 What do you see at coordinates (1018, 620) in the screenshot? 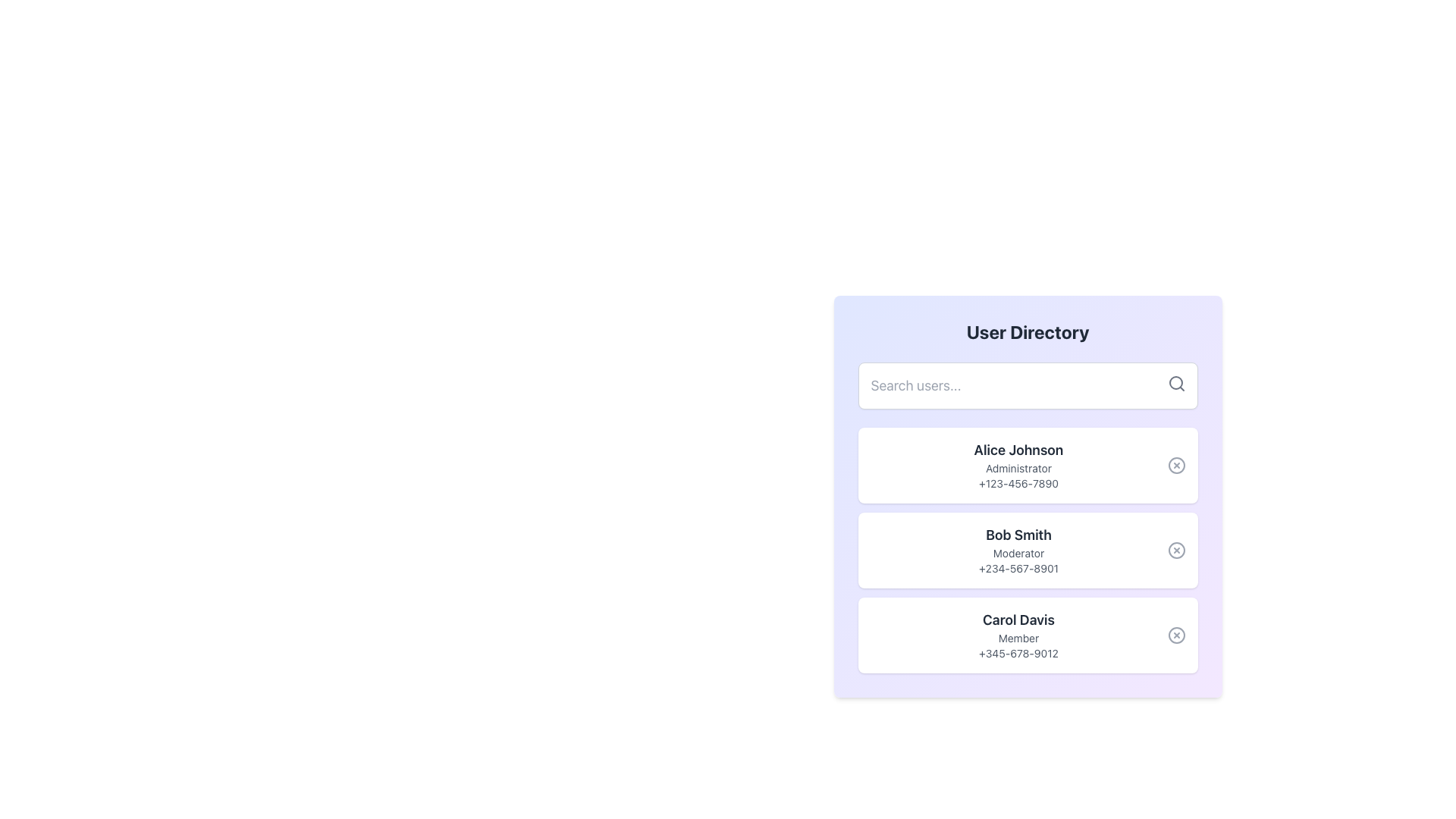
I see `the bold header text 'Carol Davis' in dark gray color` at bounding box center [1018, 620].